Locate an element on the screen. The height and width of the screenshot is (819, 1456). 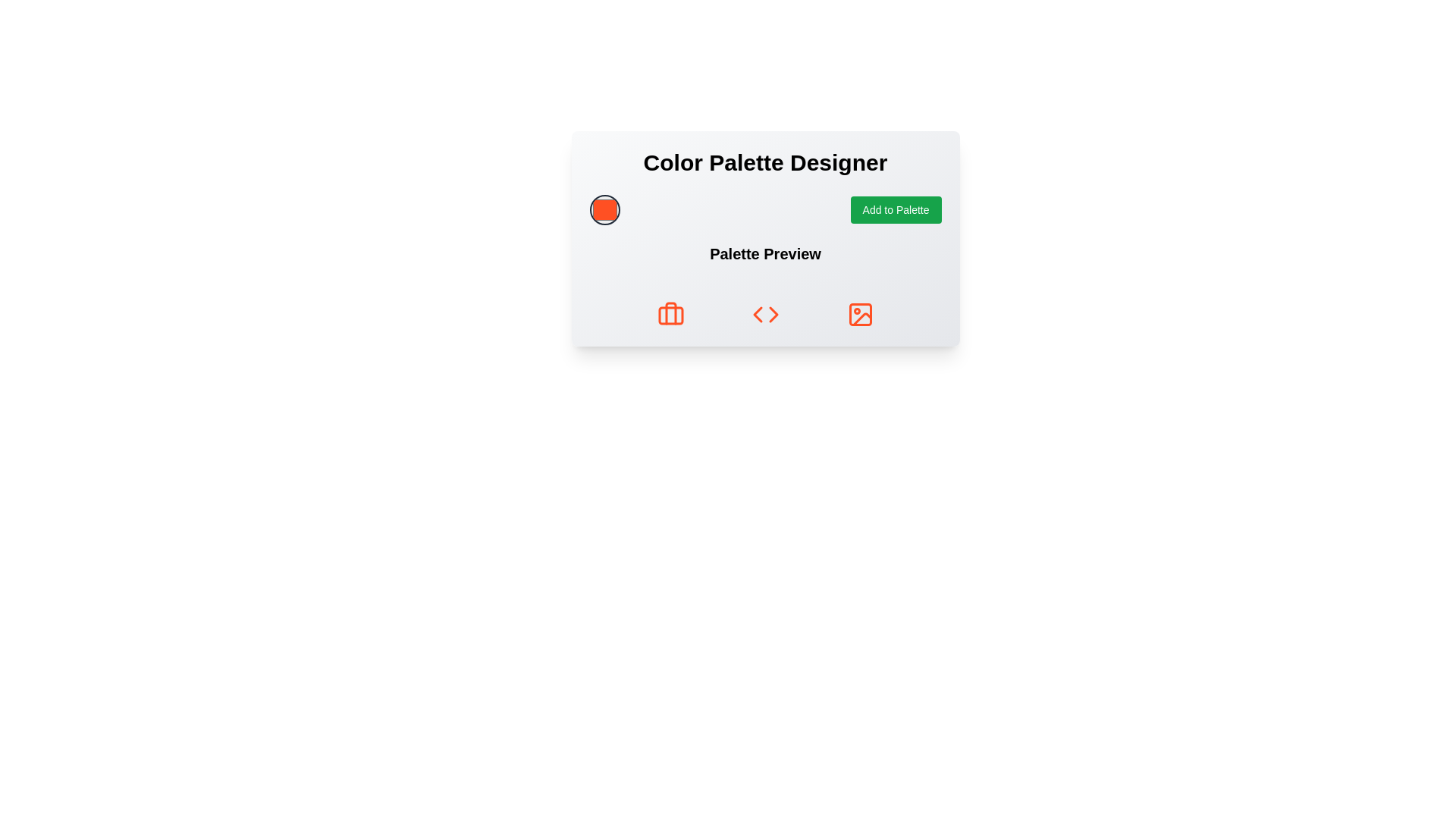
the rounded rectangular Decorative SVG component that resembles a briefcase icon, located below the 'Palette Preview' label is located at coordinates (670, 315).